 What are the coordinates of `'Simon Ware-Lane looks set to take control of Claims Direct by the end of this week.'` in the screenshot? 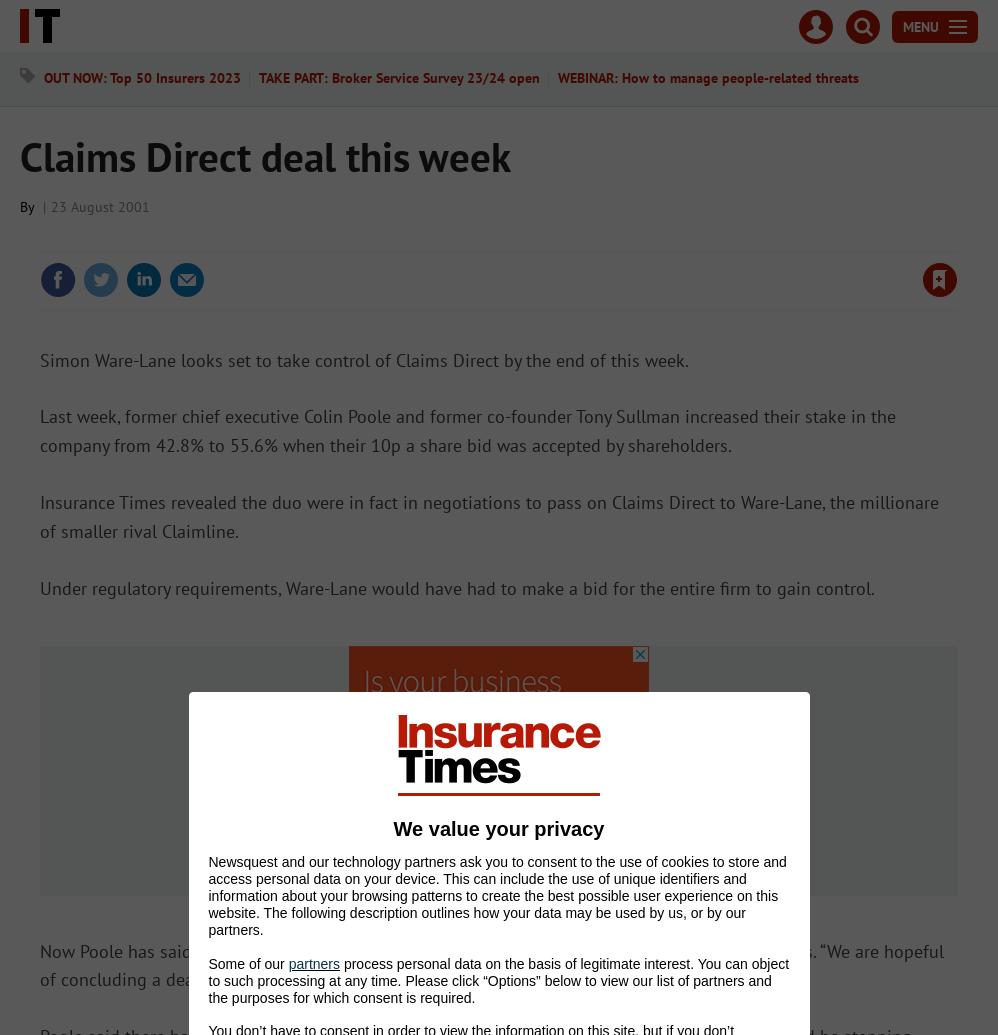 It's located at (363, 359).